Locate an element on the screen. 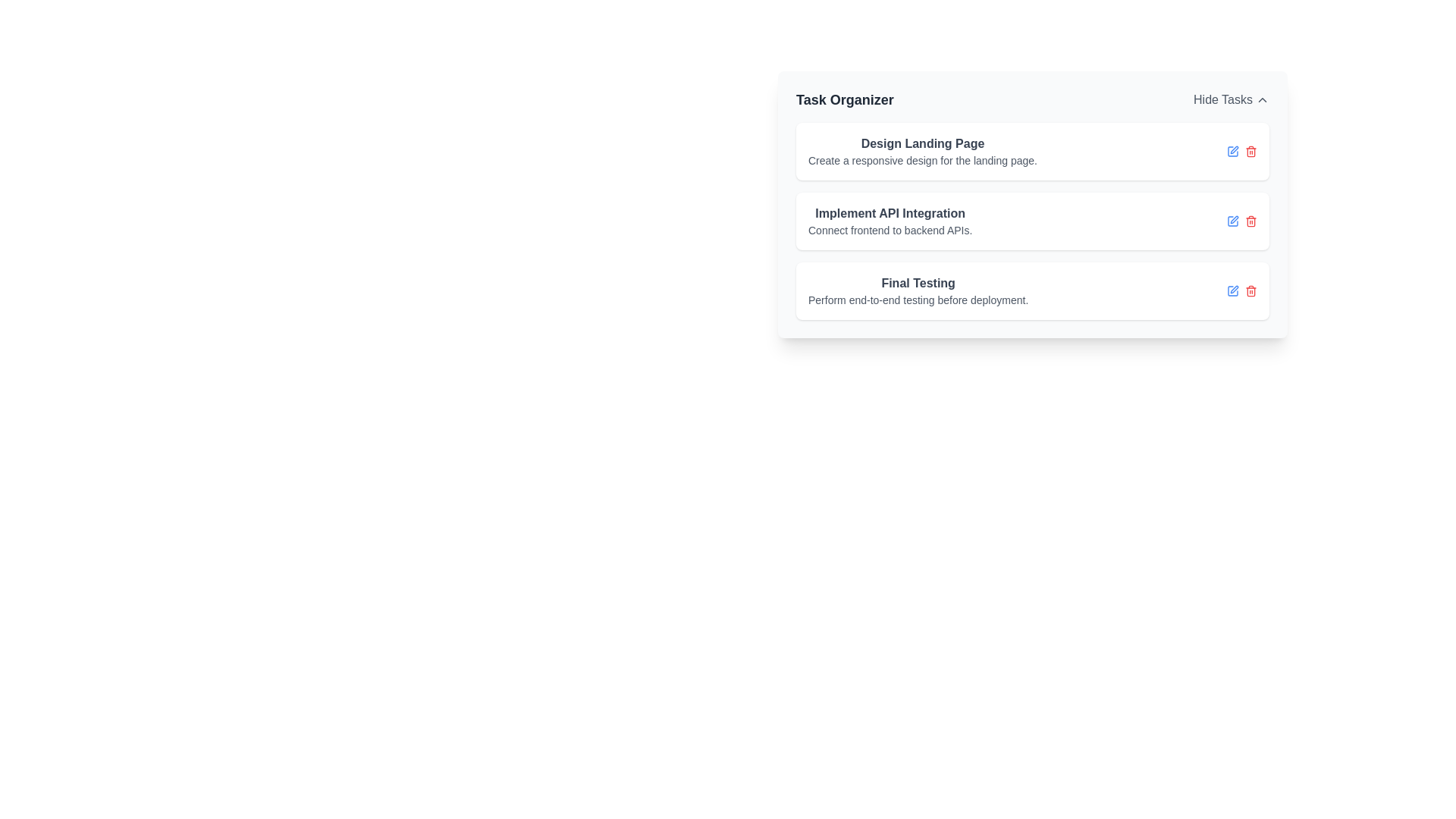 The width and height of the screenshot is (1456, 819). the delete icon located at the rightmost position of the task row, adjacent to the blue pencil edit icon is located at coordinates (1251, 291).